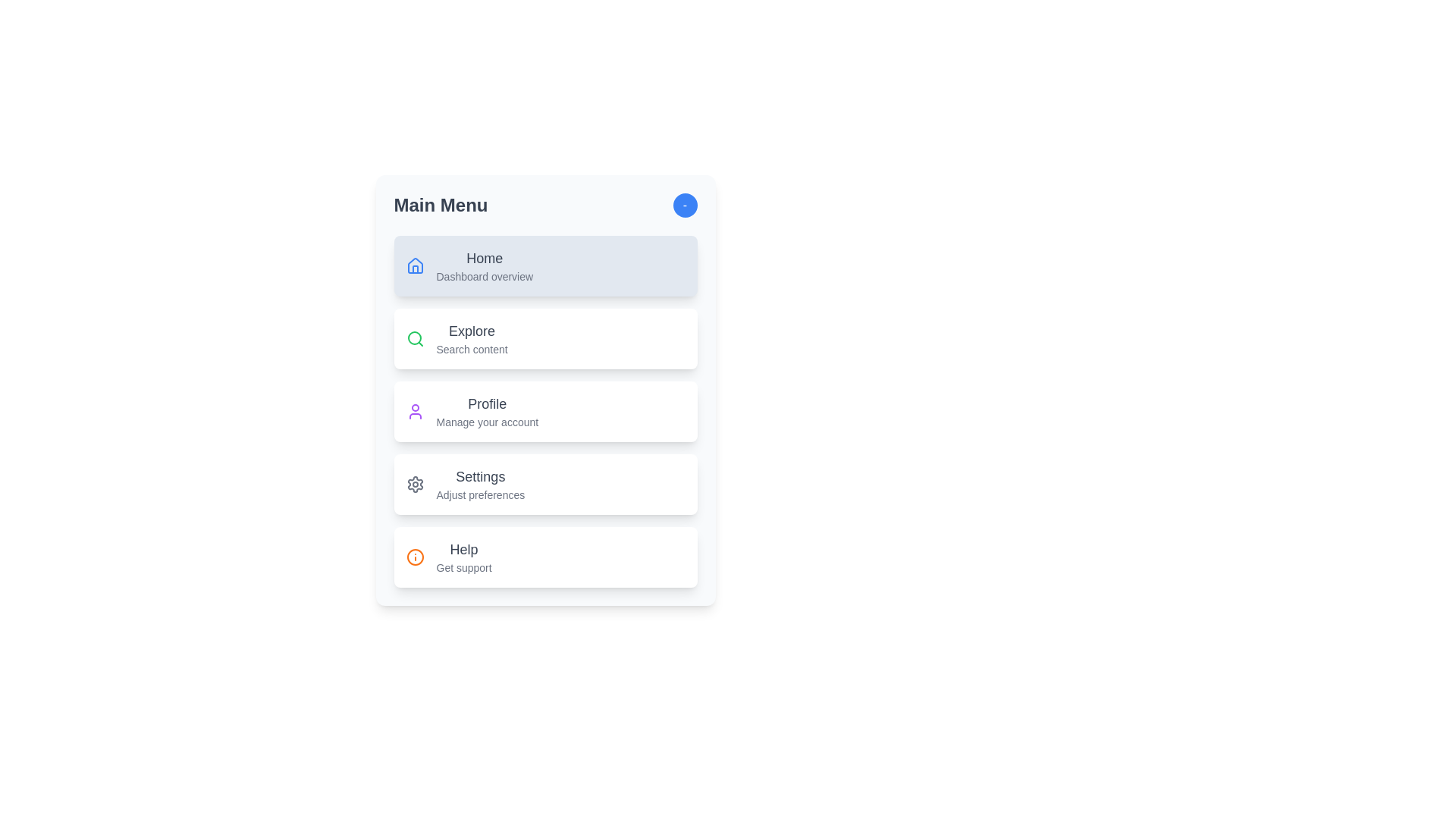  What do you see at coordinates (545, 338) in the screenshot?
I see `the menu item labeled 'Explore' to observe visual feedback` at bounding box center [545, 338].